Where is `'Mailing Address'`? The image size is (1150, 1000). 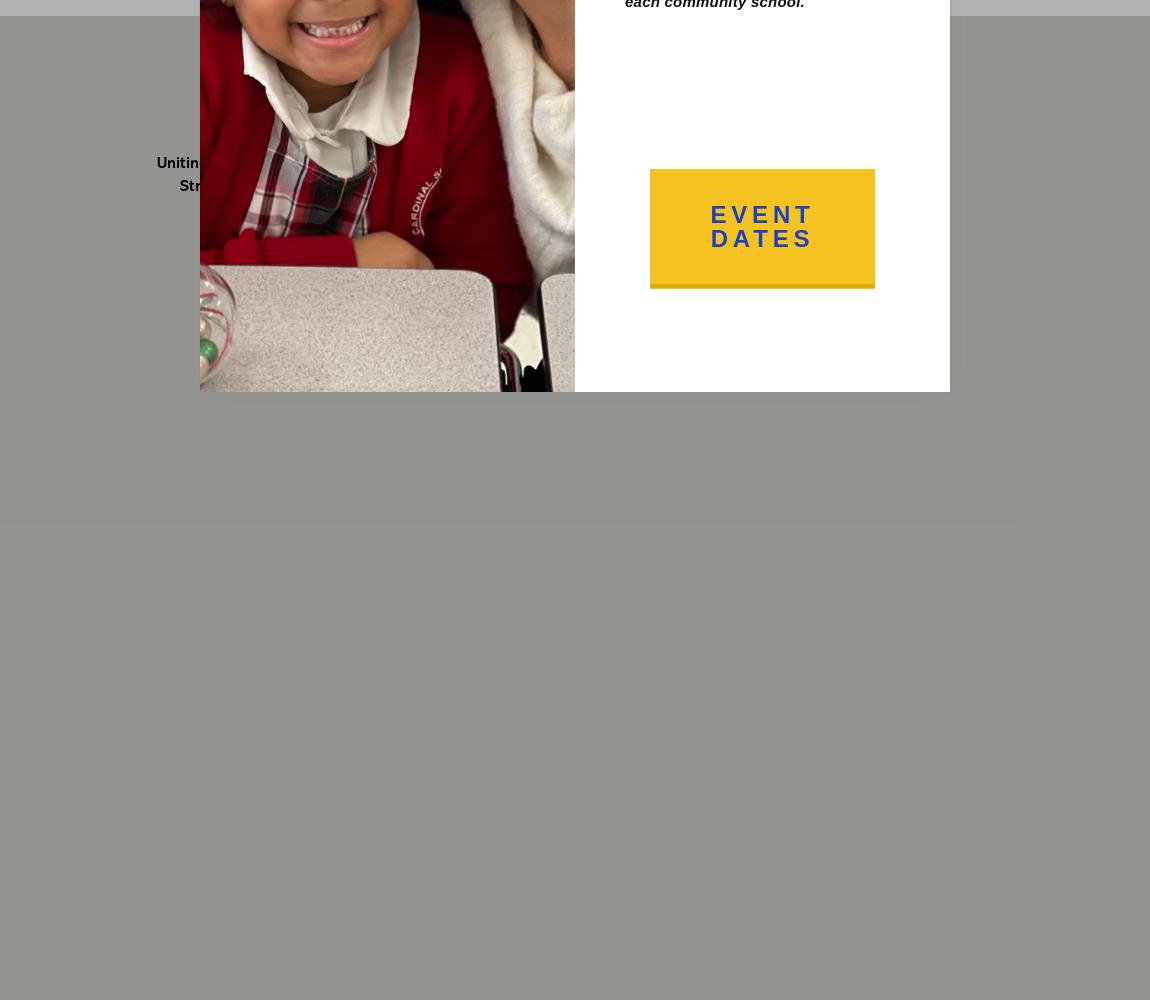 'Mailing Address' is located at coordinates (812, 125).